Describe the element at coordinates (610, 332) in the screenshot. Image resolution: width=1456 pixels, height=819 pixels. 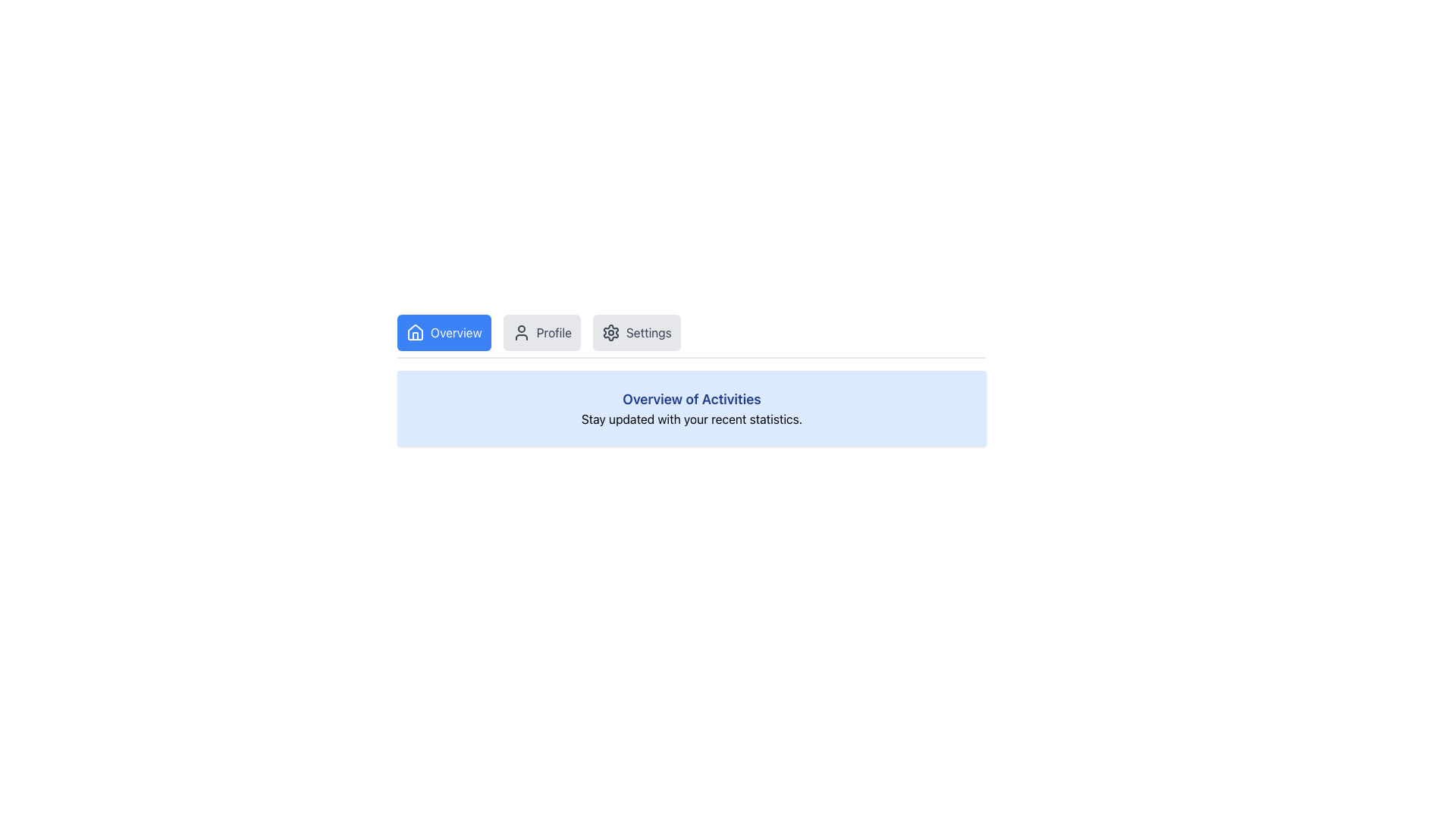
I see `the gear-shaped settings icon located in the horizontal navigation bar, which is the leftmost subcomponent of the third segment` at that location.